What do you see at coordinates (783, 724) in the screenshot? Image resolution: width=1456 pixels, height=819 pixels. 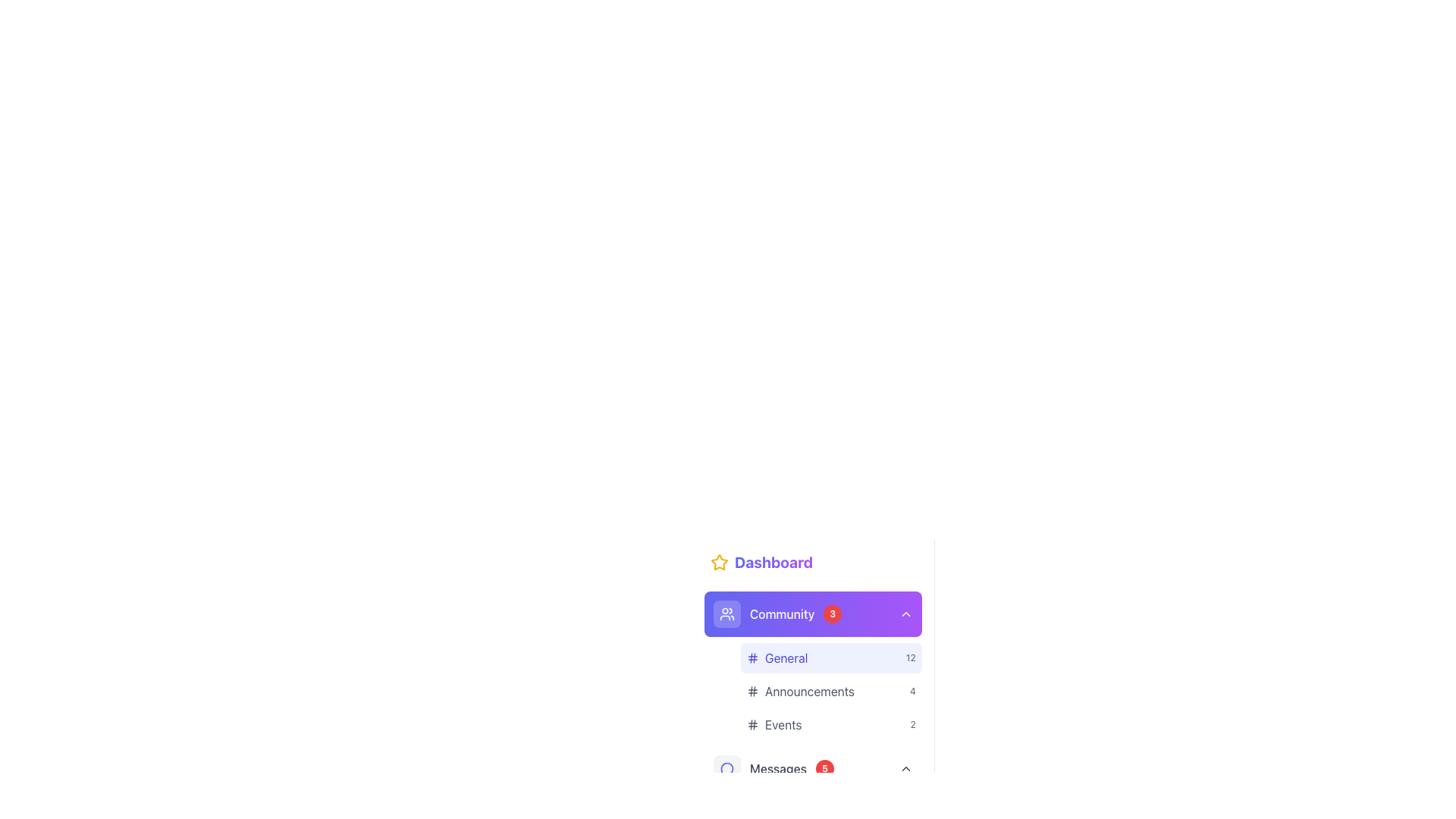 I see `the 'Events' text label in the navigation menu` at bounding box center [783, 724].